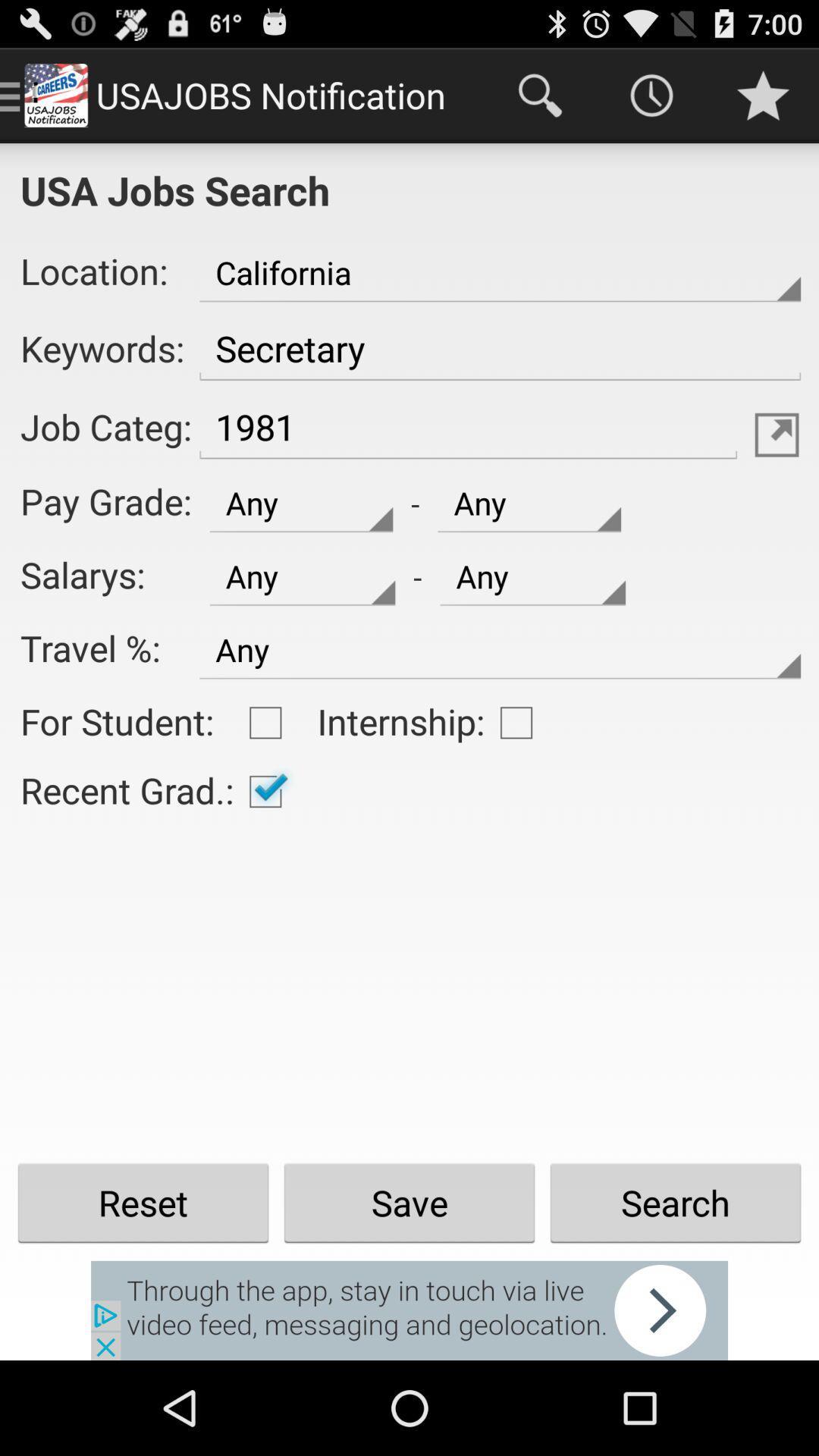  What do you see at coordinates (409, 1310) in the screenshot?
I see `live video feed` at bounding box center [409, 1310].